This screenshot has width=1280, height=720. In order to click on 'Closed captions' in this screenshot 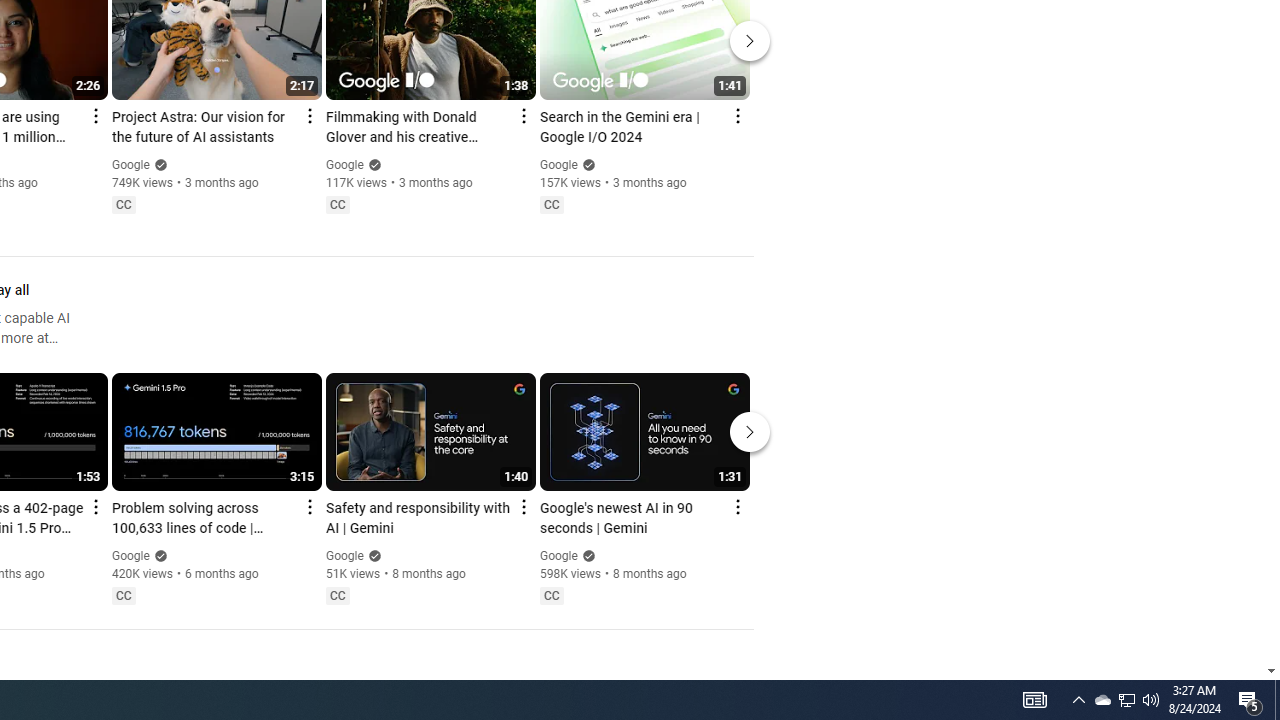, I will do `click(551, 594)`.